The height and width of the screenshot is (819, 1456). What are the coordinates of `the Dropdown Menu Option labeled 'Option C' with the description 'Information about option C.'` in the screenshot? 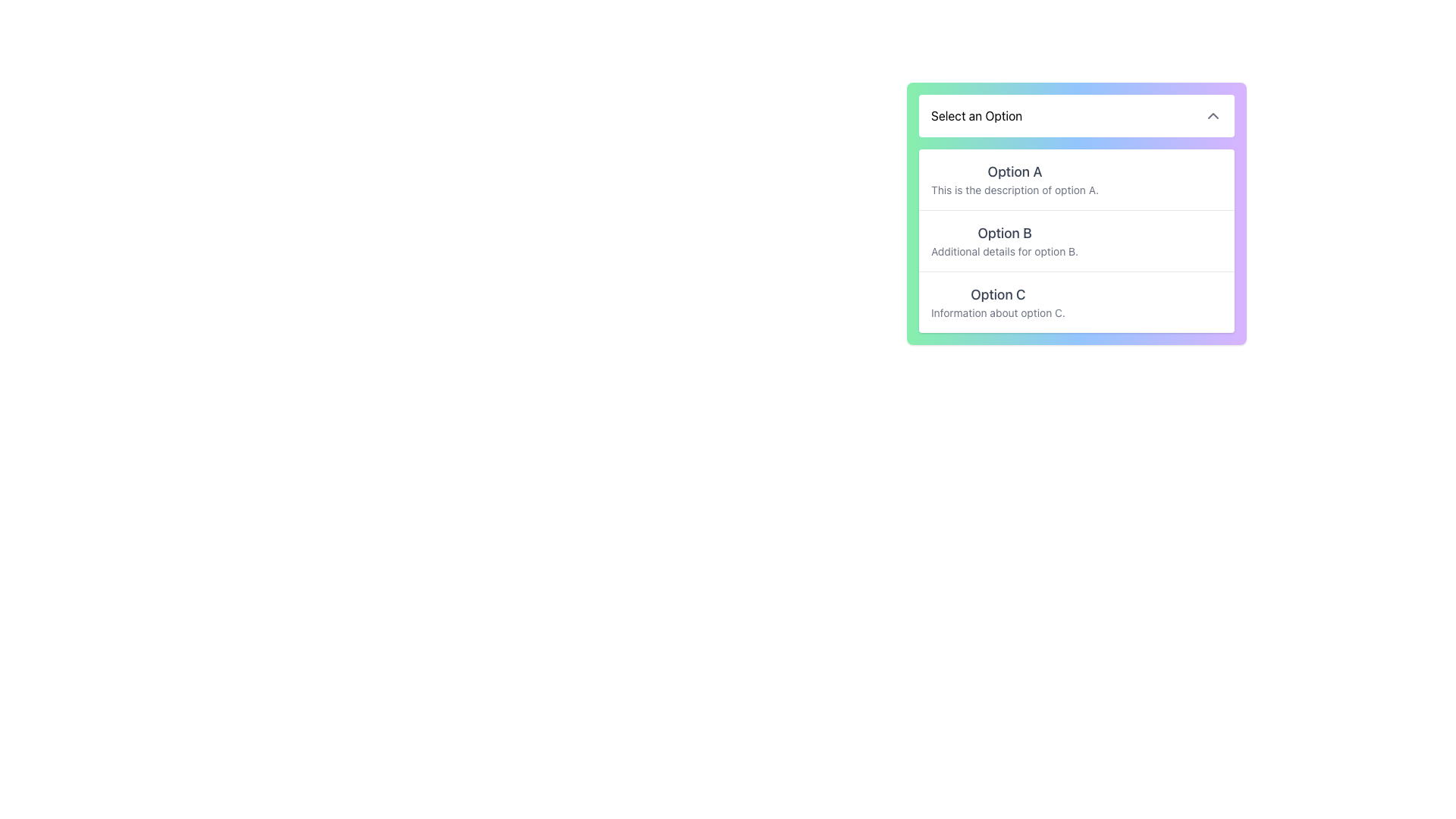 It's located at (998, 302).